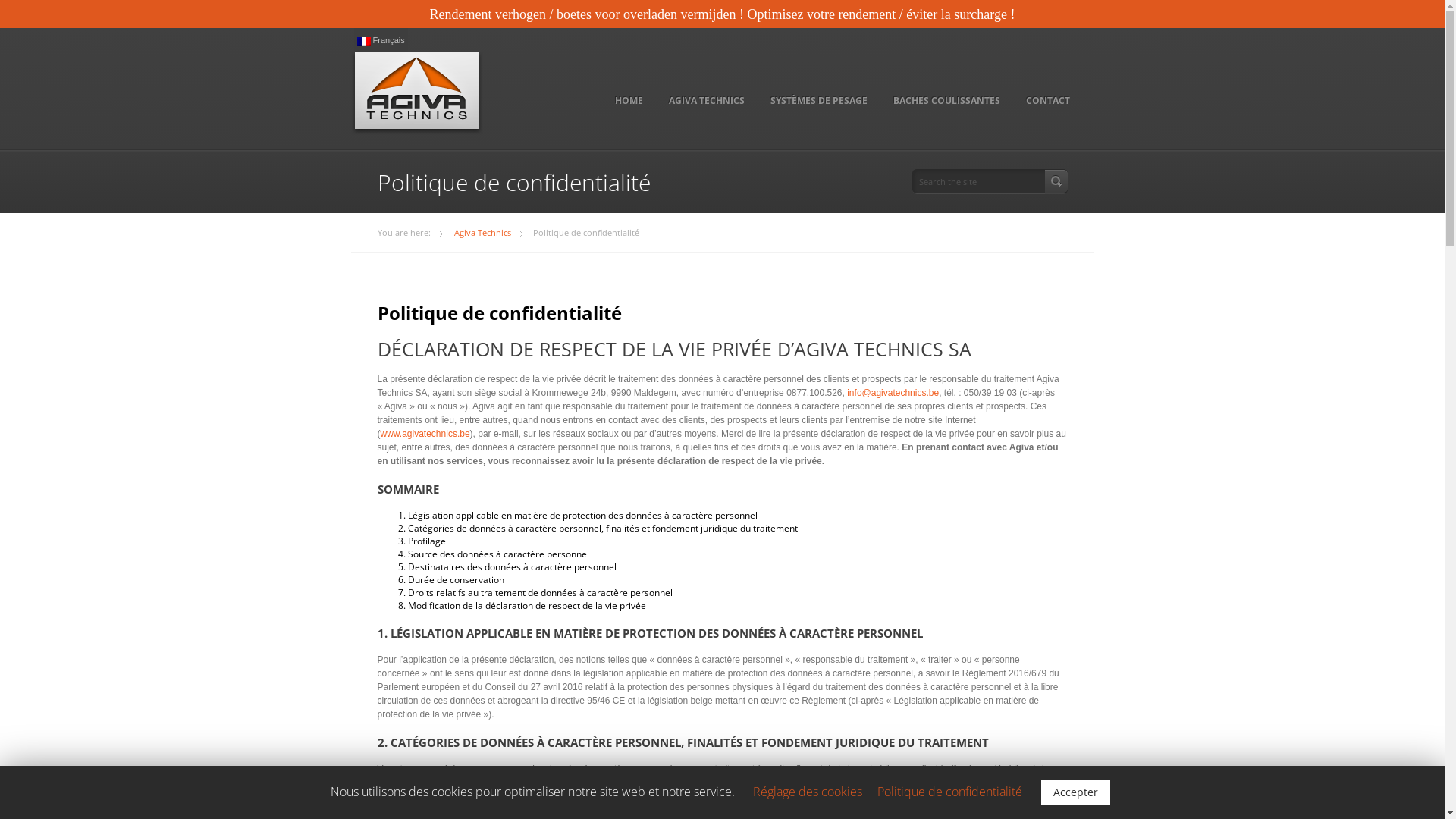 Image resolution: width=1456 pixels, height=819 pixels. What do you see at coordinates (425, 433) in the screenshot?
I see `'www.agivatechnics.be'` at bounding box center [425, 433].